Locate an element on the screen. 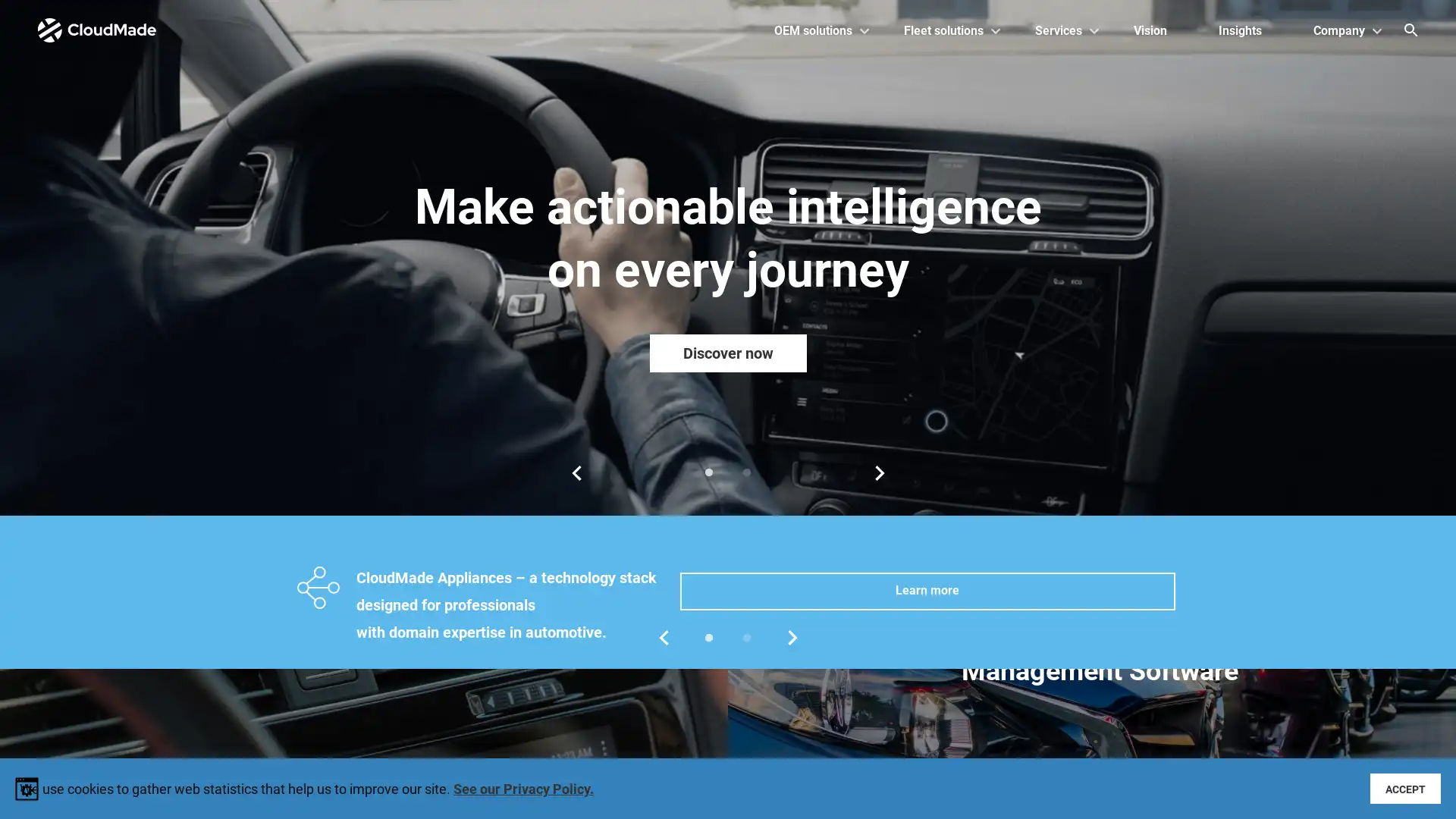 The image size is (1456, 819). Previous is located at coordinates (663, 637).